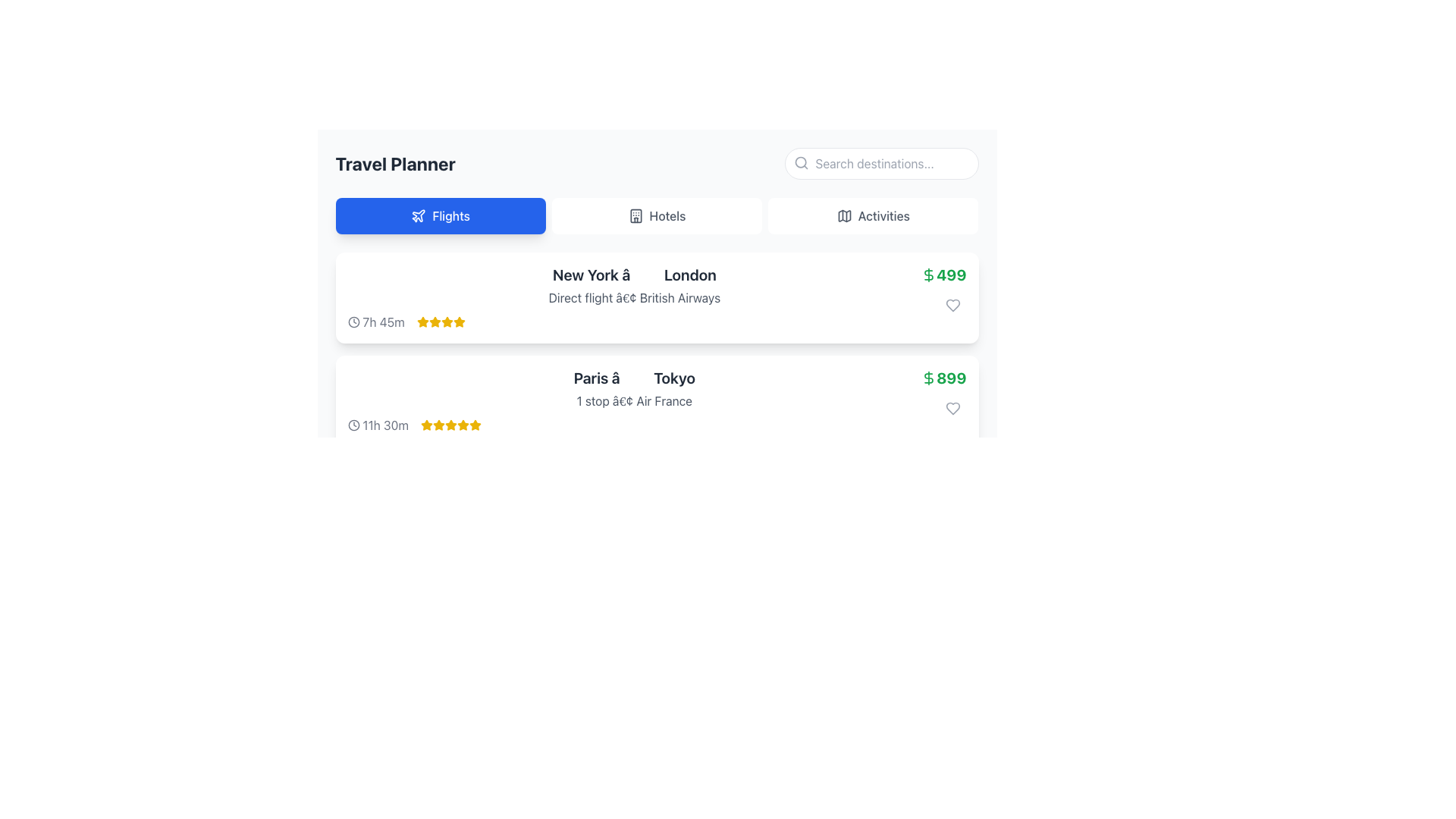 The image size is (1456, 819). Describe the element at coordinates (657, 350) in the screenshot. I see `the List of flight options element displaying flight details between two cities` at that location.